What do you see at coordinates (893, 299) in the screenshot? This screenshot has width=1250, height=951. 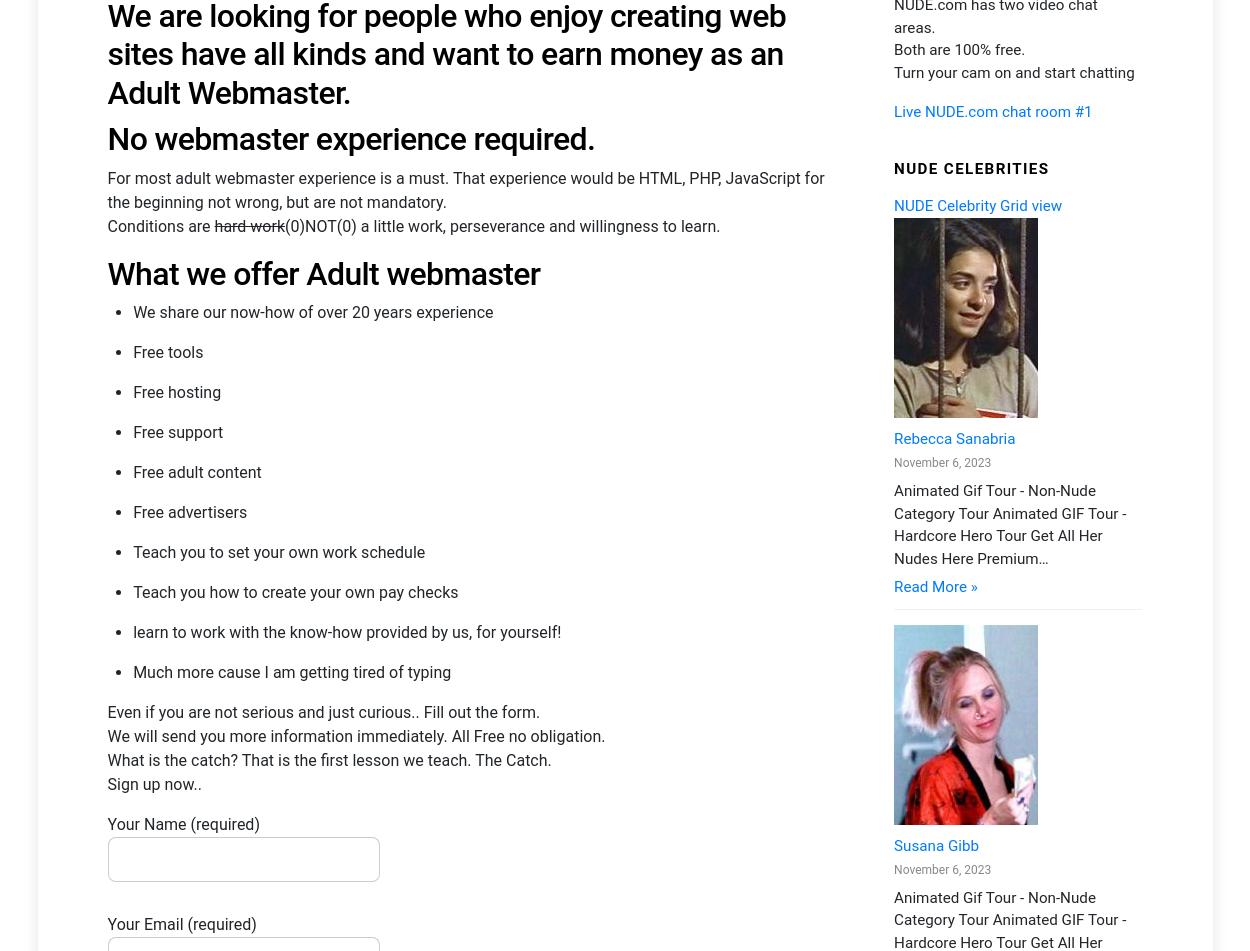 I see `'Animated Gif Tour - Non-Nude Category Tour Animated GIF Tour - Hardcore Hero Tour Get All Her Nudes Here Premium…'` at bounding box center [893, 299].